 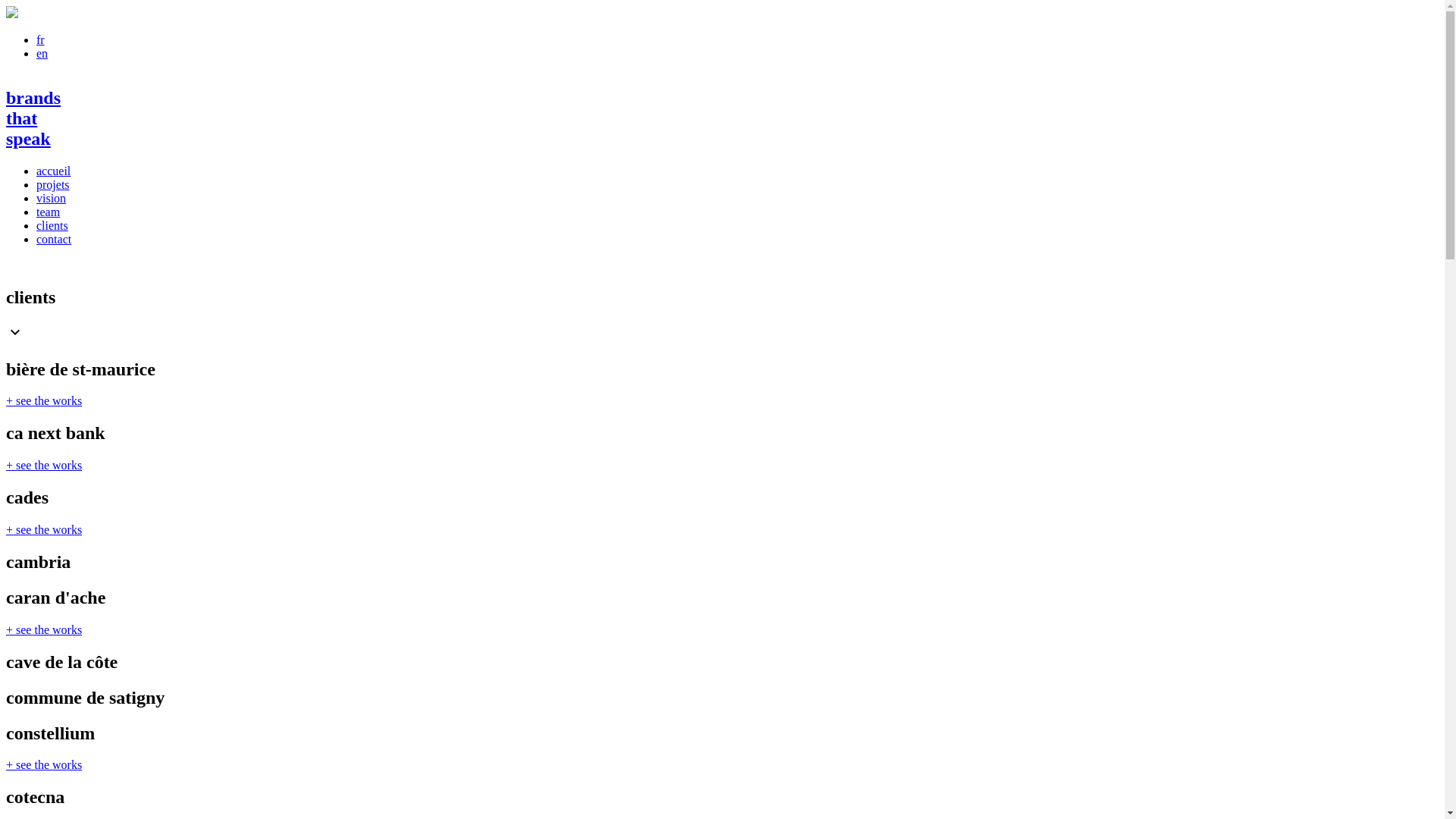 What do you see at coordinates (36, 39) in the screenshot?
I see `'fr'` at bounding box center [36, 39].